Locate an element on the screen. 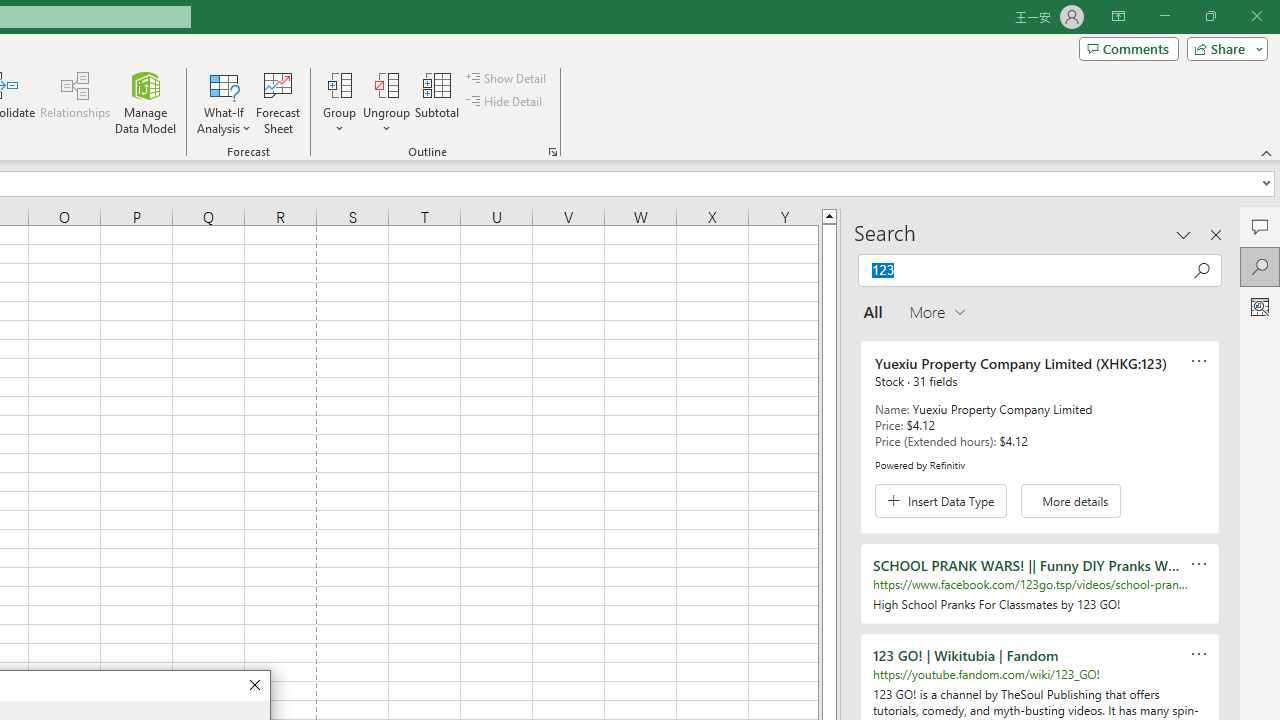 This screenshot has width=1280, height=720. 'Ungroup...' is located at coordinates (387, 103).